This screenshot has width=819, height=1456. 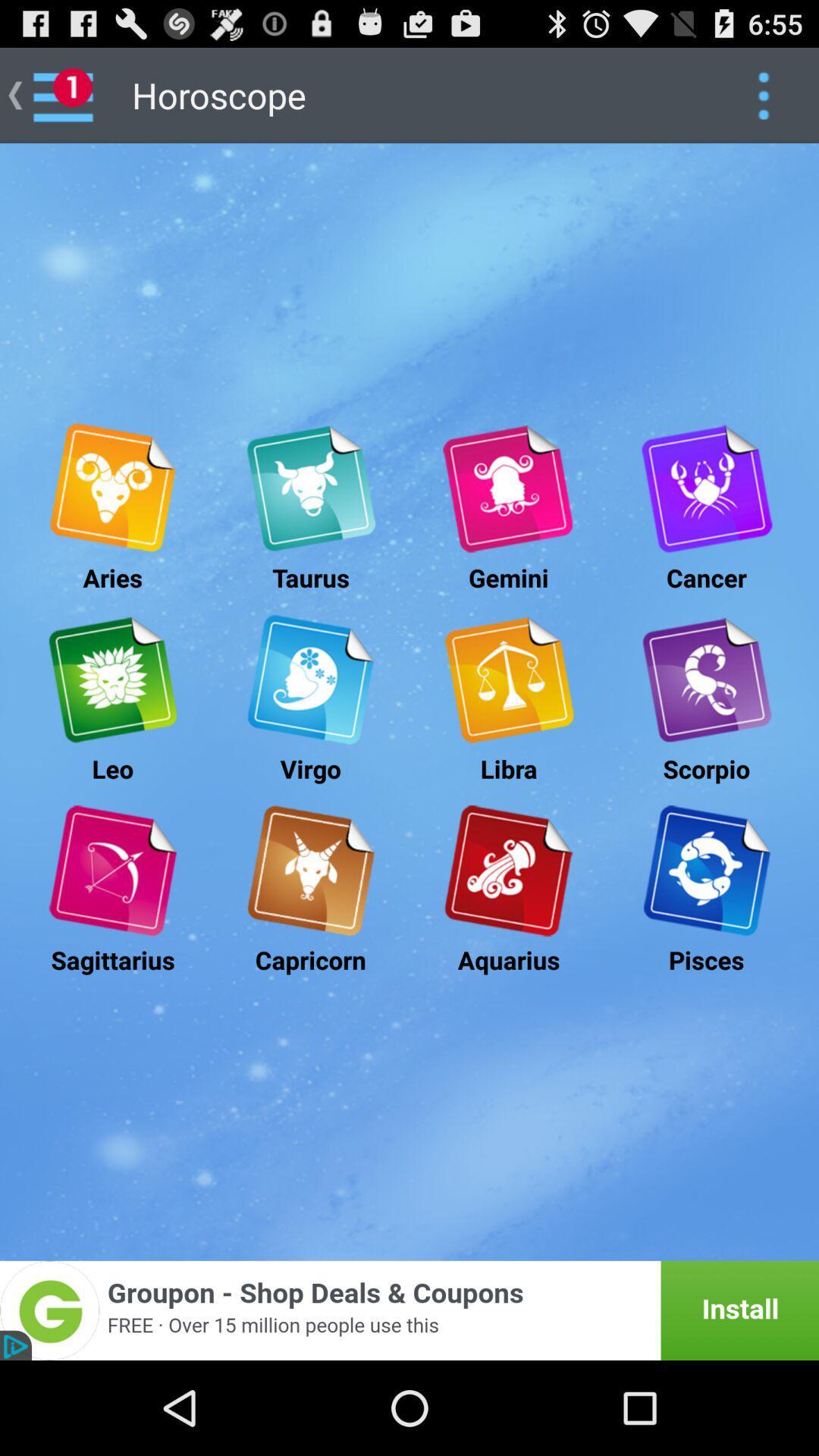 What do you see at coordinates (111, 679) in the screenshot?
I see `leo` at bounding box center [111, 679].